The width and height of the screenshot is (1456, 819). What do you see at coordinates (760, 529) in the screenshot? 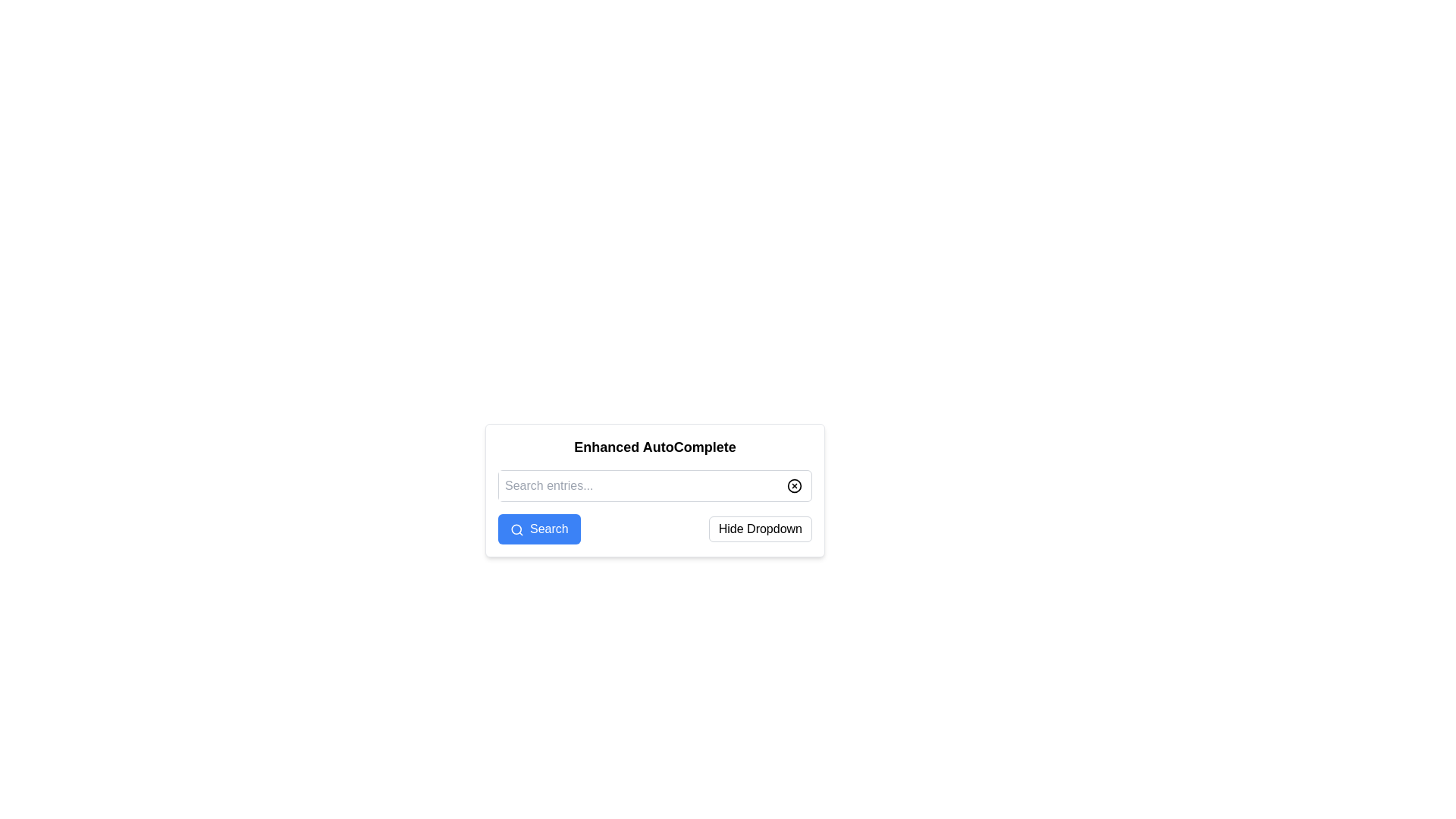
I see `the toggle button located to the right of the 'Search' button` at bounding box center [760, 529].